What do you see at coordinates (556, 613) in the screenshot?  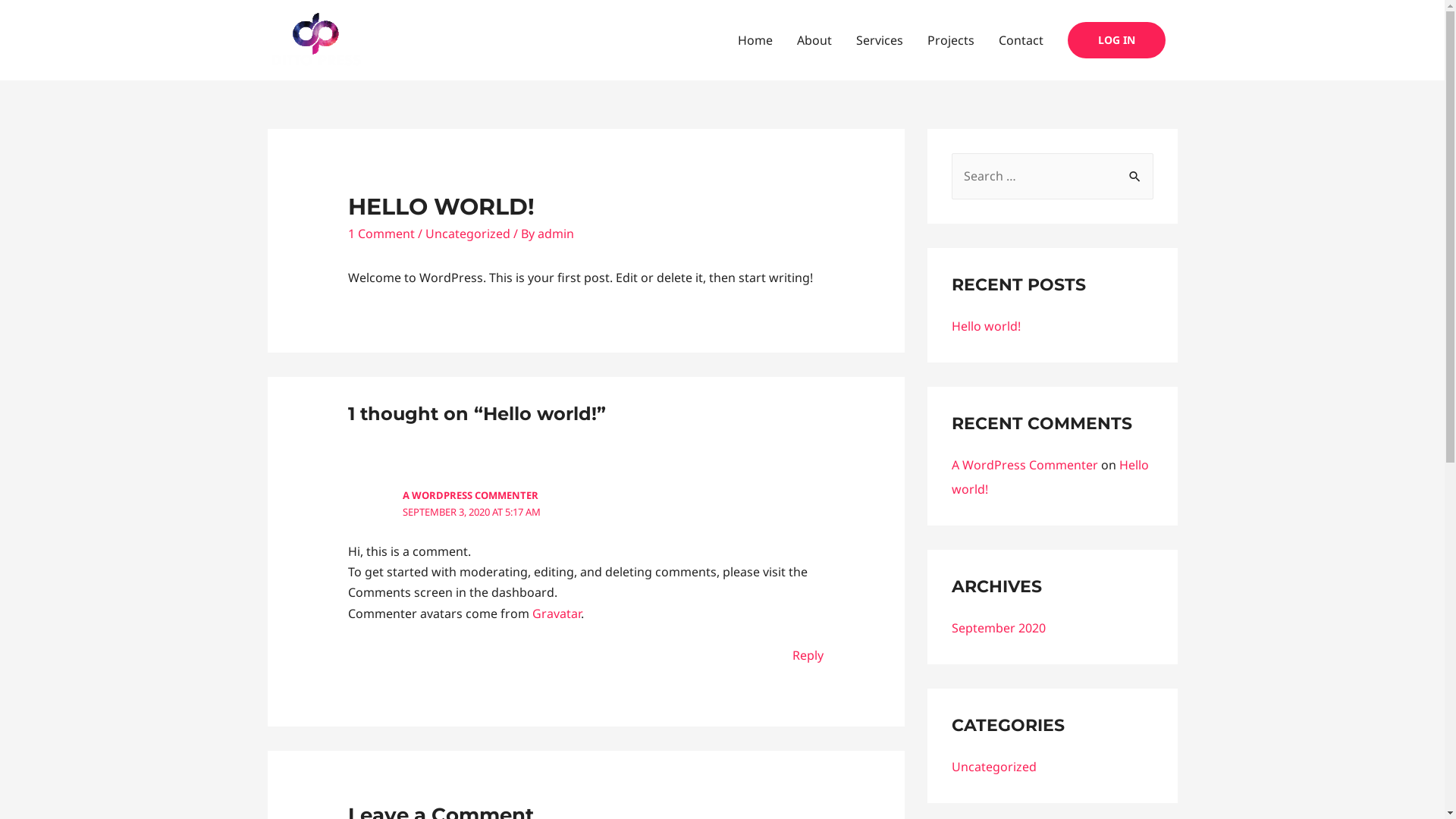 I see `'Gravatar'` at bounding box center [556, 613].